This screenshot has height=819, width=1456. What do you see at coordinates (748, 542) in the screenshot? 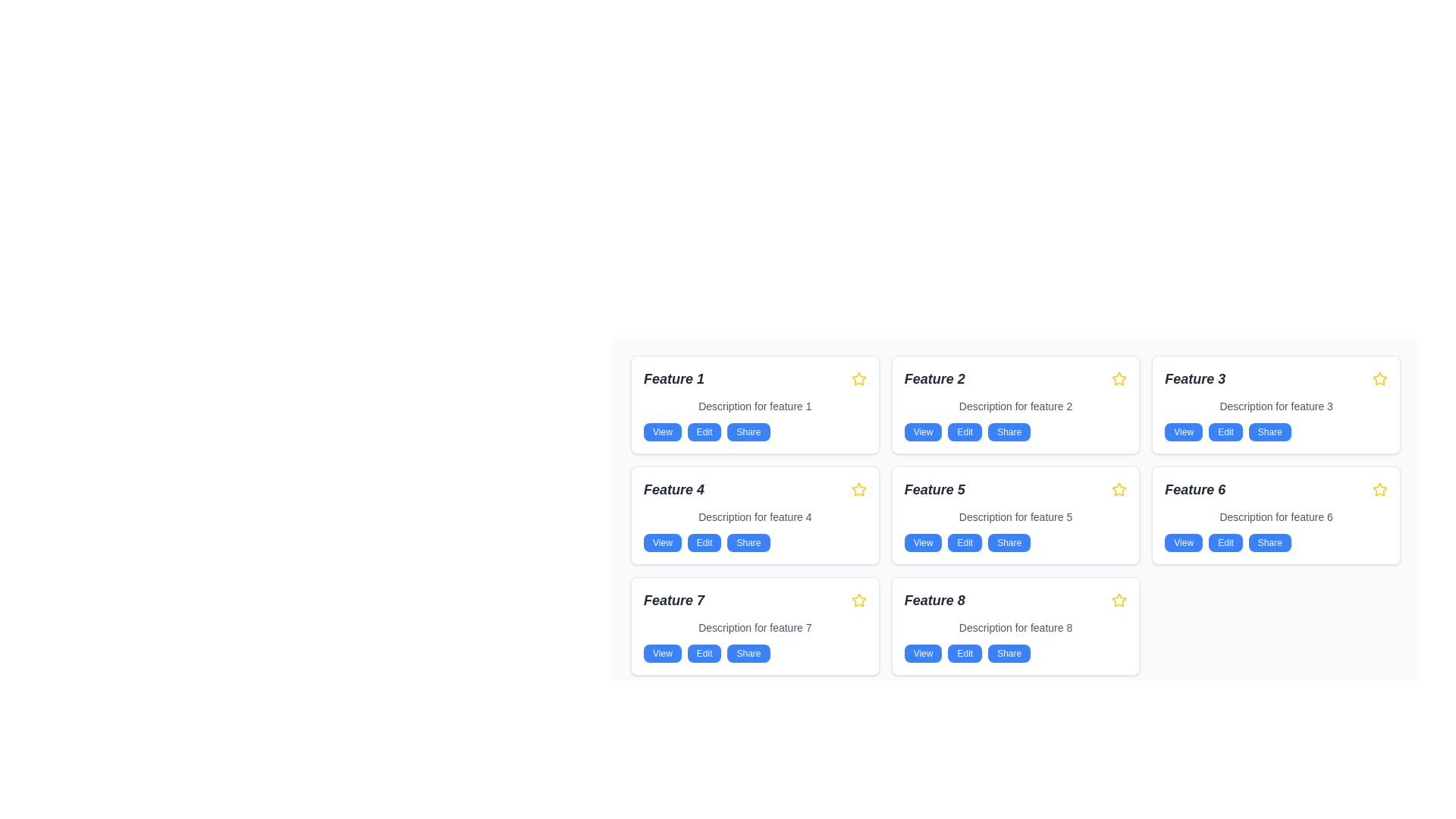
I see `the 'Share' button, which has a blue background and white text` at bounding box center [748, 542].